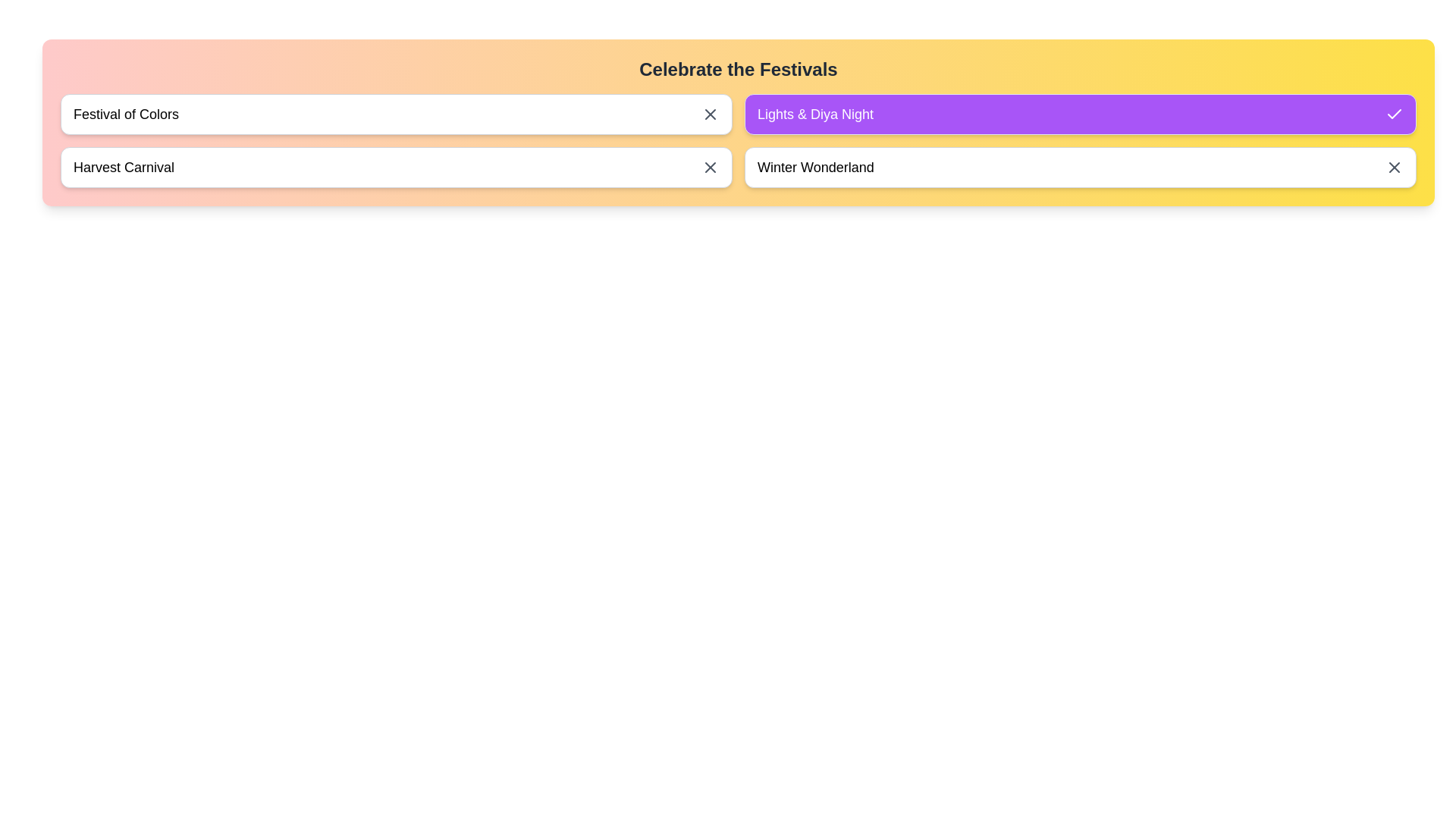  What do you see at coordinates (397, 113) in the screenshot?
I see `the chip labeled Festival of Colors` at bounding box center [397, 113].